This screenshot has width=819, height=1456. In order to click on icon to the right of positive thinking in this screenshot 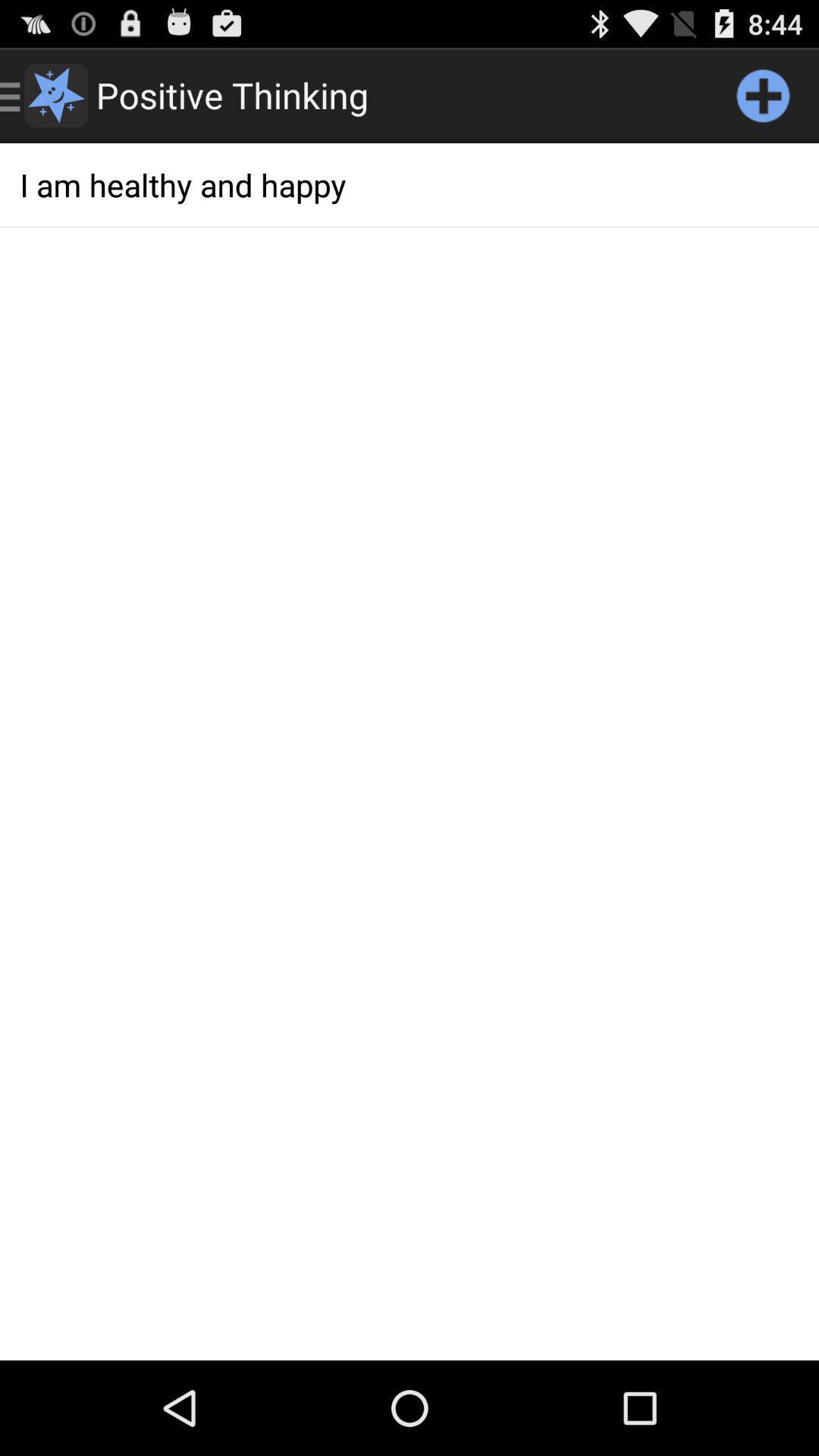, I will do `click(763, 94)`.